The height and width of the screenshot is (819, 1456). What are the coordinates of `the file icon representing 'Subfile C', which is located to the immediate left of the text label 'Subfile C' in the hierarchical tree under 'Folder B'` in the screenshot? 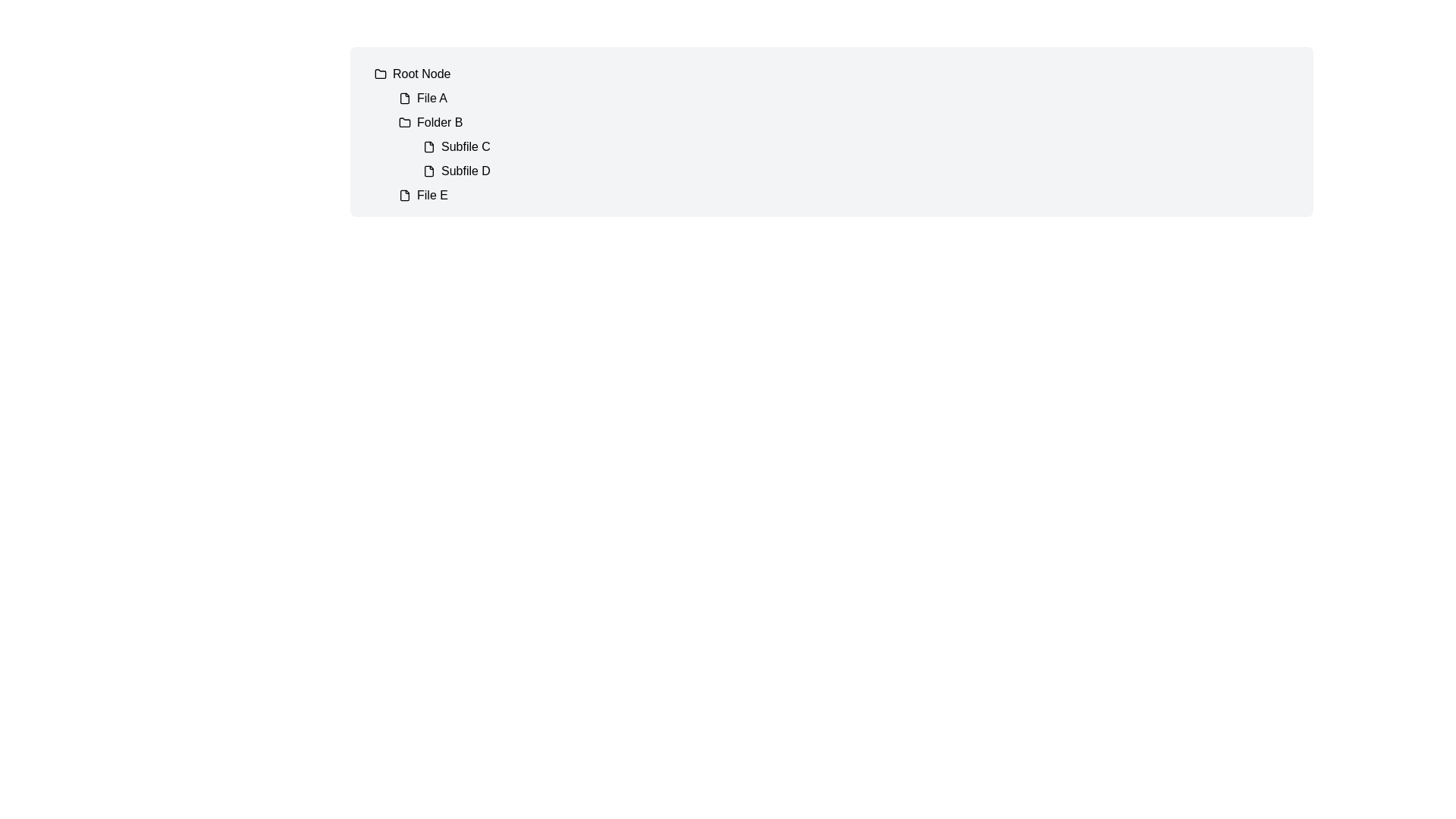 It's located at (428, 146).